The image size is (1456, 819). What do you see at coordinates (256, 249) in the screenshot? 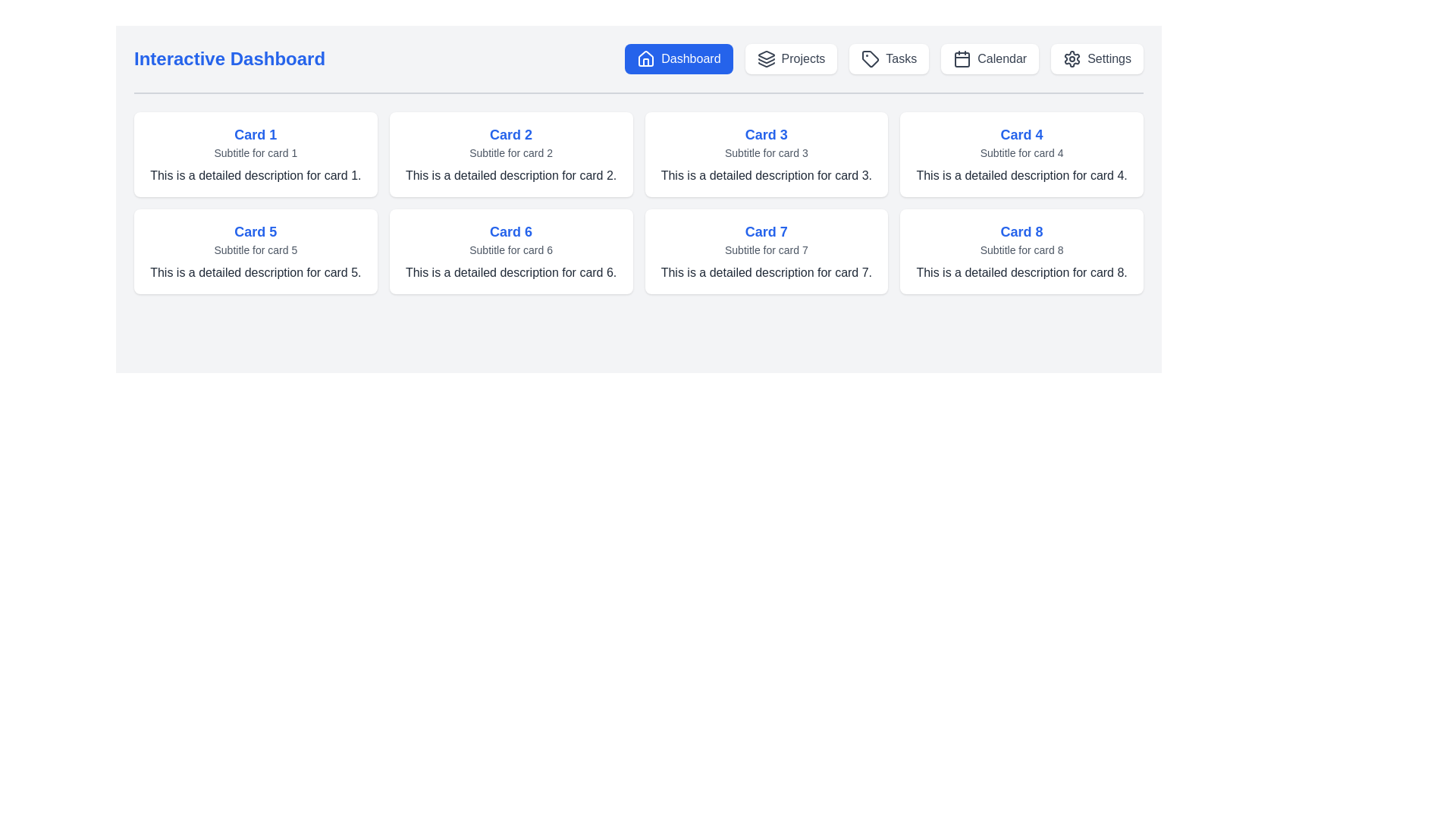
I see `the Text element located below the title 'Card 5' in the second card from the left in the second row of cards` at bounding box center [256, 249].